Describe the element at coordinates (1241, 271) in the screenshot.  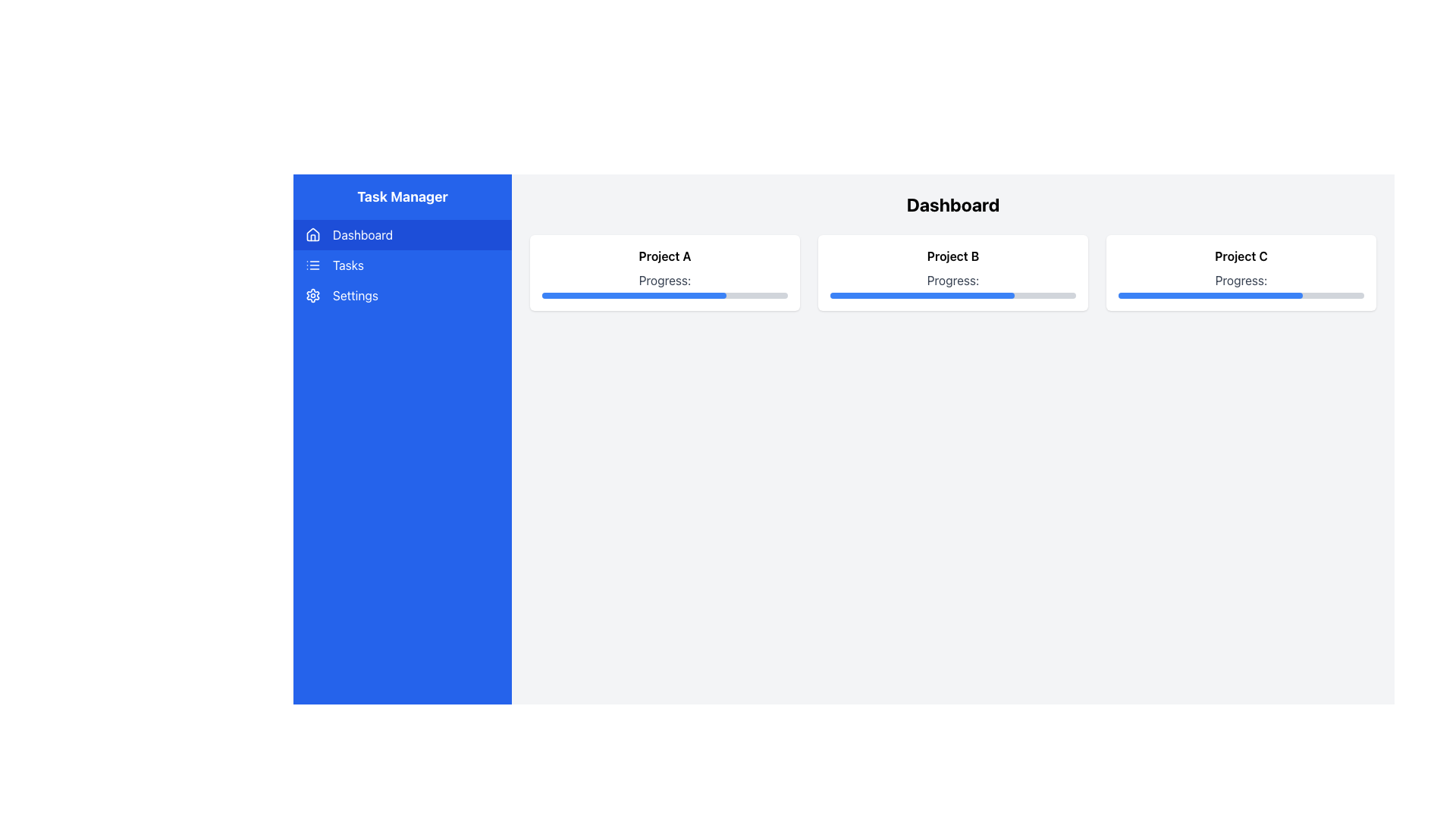
I see `the third card titled 'Project C'` at that location.